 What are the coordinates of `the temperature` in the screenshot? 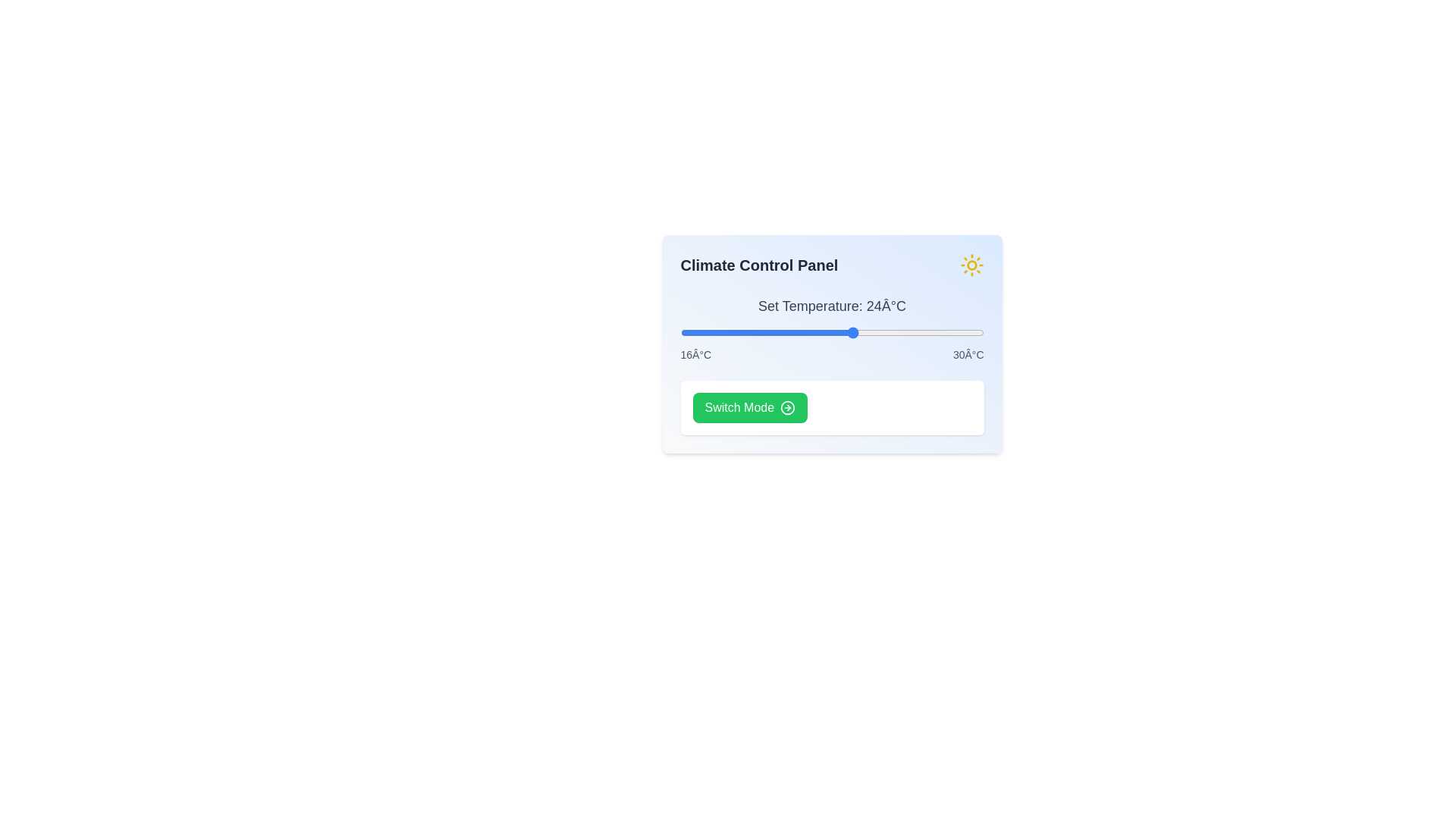 It's located at (961, 332).